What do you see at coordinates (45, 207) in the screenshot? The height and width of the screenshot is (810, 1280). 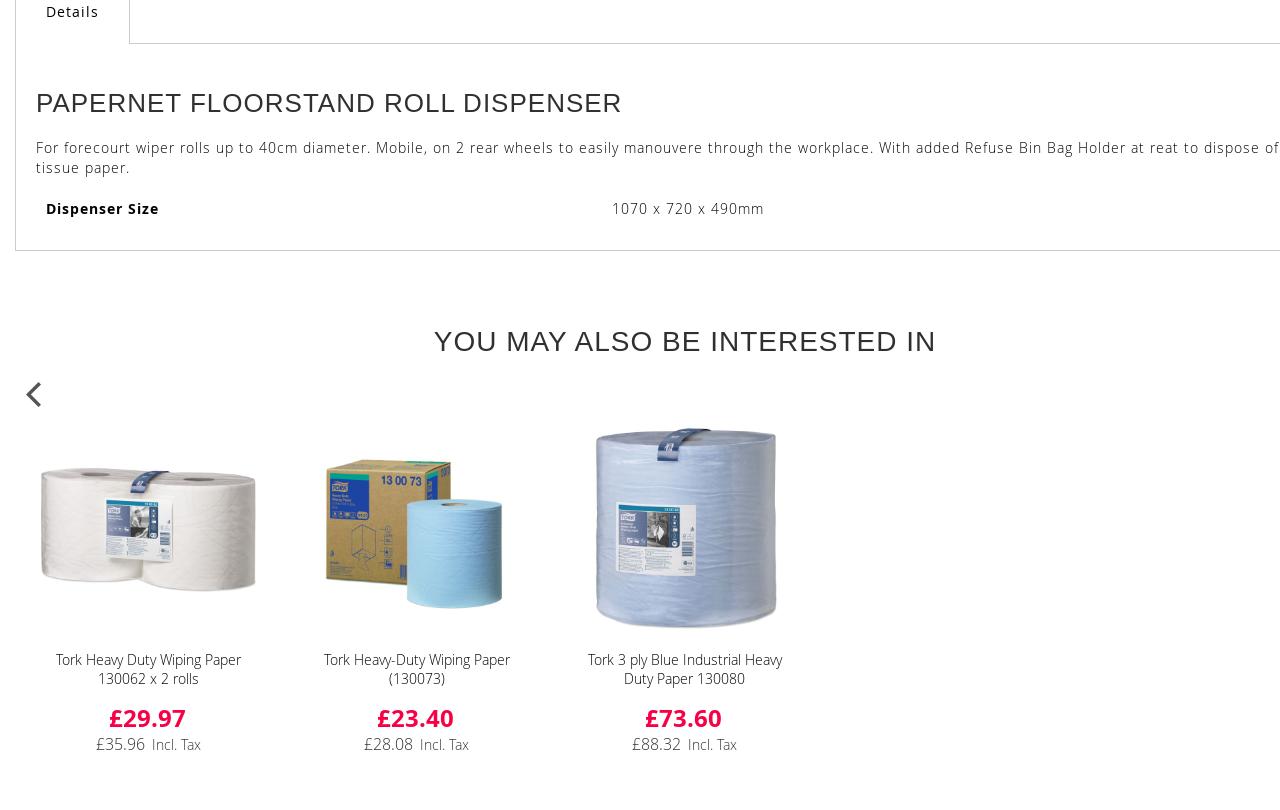 I see `'Dispenser Size'` at bounding box center [45, 207].